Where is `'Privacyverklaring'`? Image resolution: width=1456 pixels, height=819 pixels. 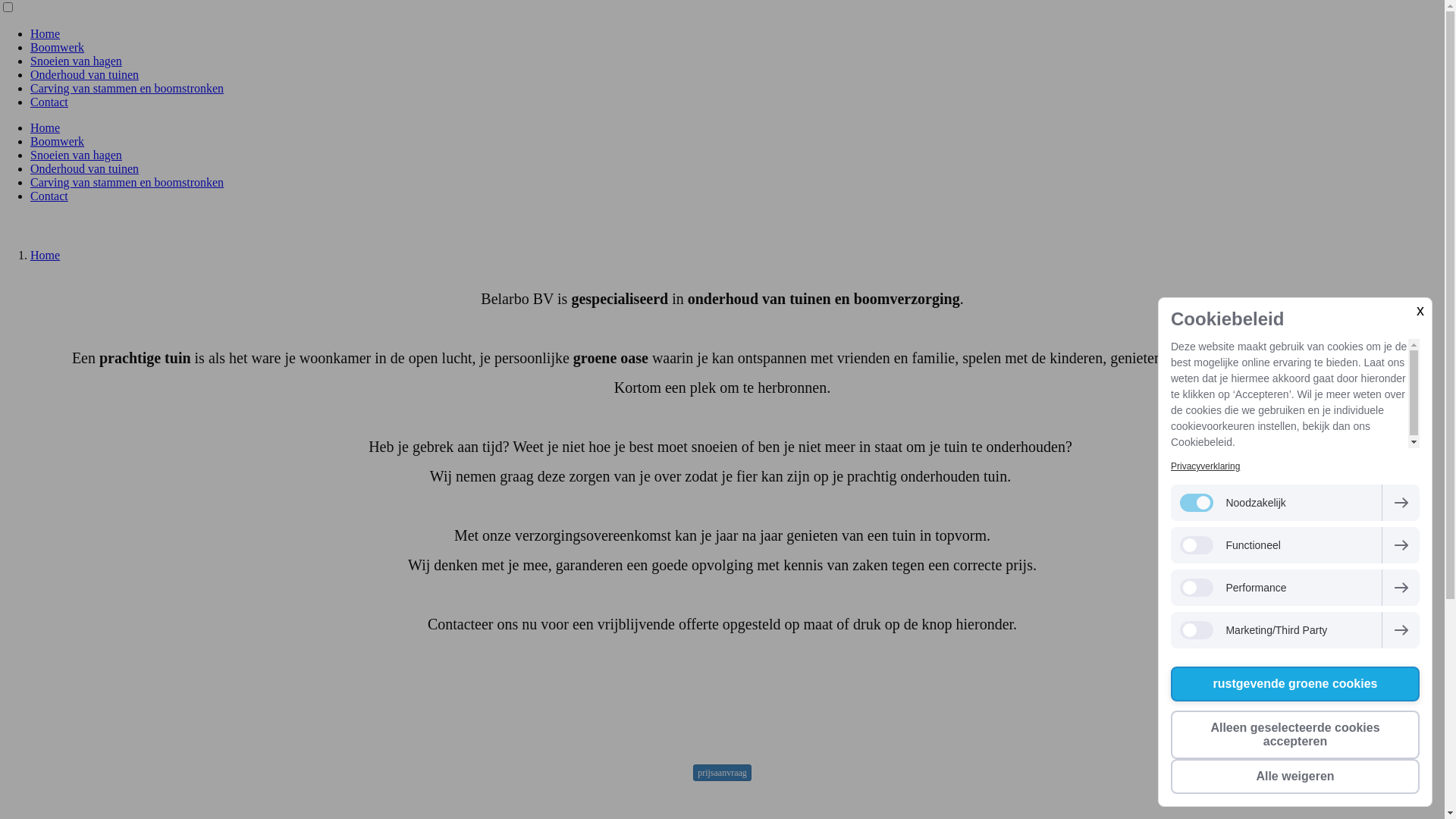 'Privacyverklaring' is located at coordinates (1204, 465).